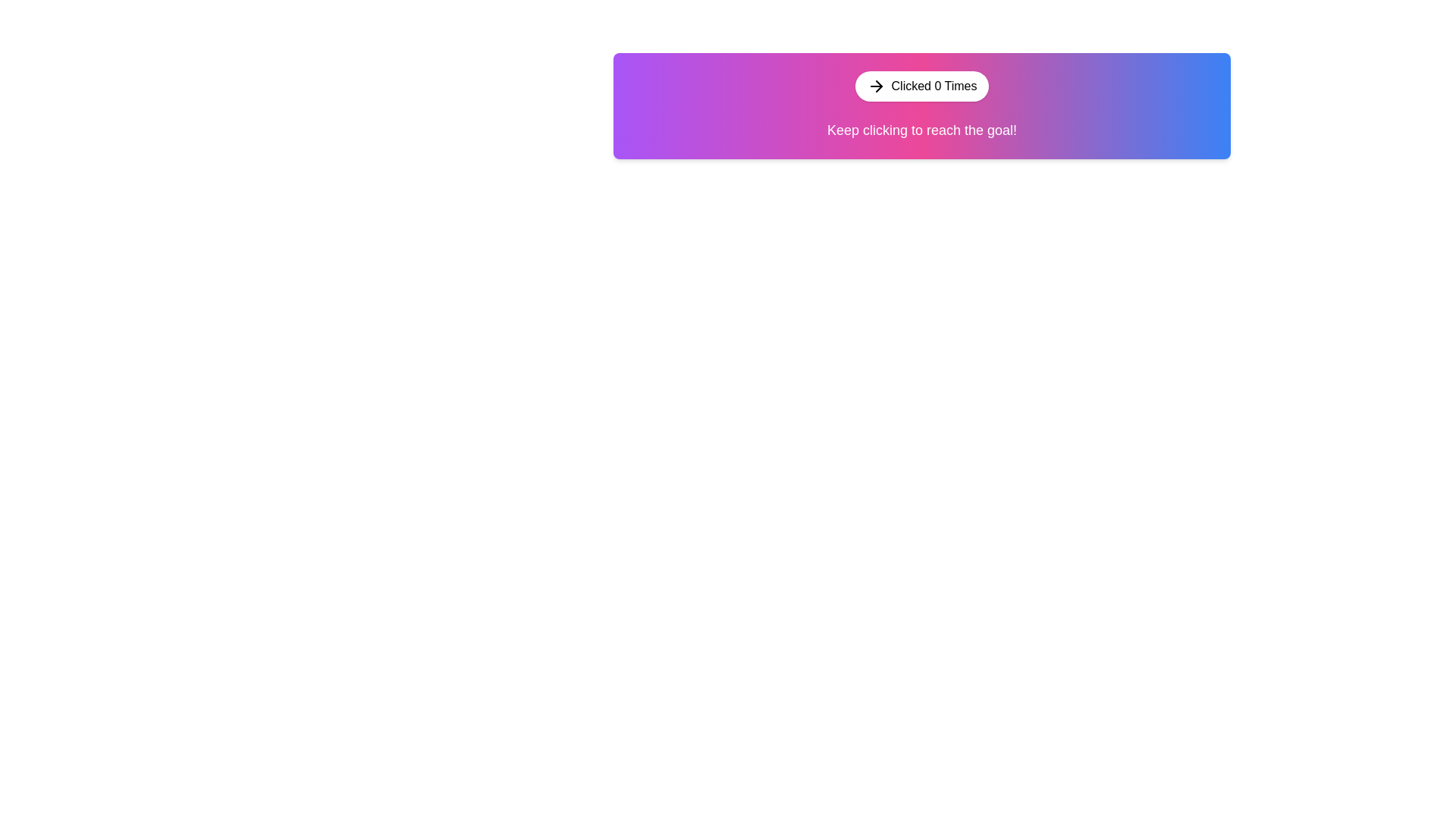  I want to click on the text label displaying the message 'Keep clicking to reach the goal!' which is styled in white color and located below the button labeled 'Clicked 0 Times', so click(921, 130).